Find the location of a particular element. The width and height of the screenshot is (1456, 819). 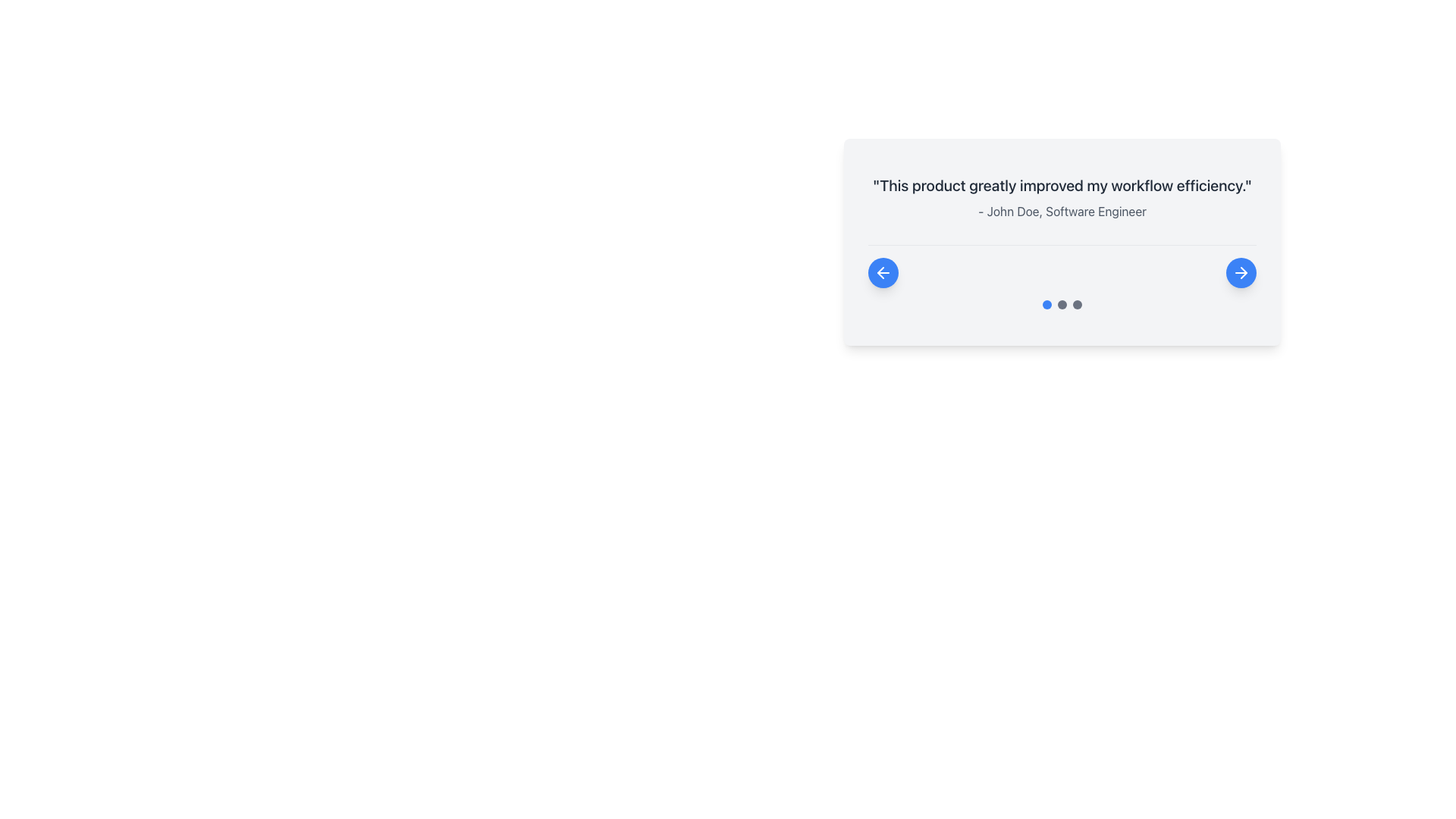

on the third circular Dot indicator, which is styled with a medium gray background and is part of a horizontal row of similar indicators located centrally below text content is located at coordinates (1076, 304).